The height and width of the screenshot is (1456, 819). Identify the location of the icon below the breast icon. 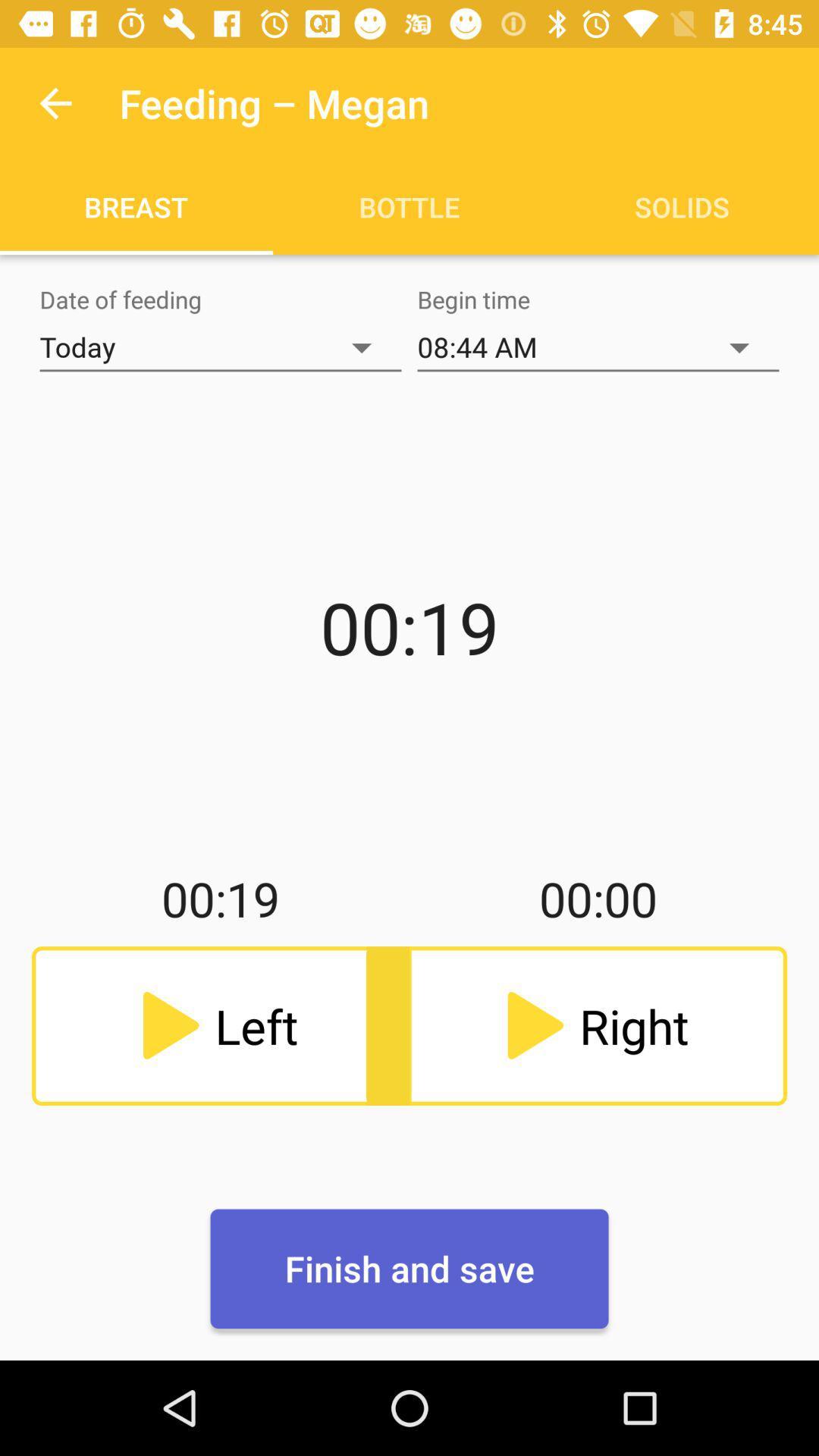
(220, 347).